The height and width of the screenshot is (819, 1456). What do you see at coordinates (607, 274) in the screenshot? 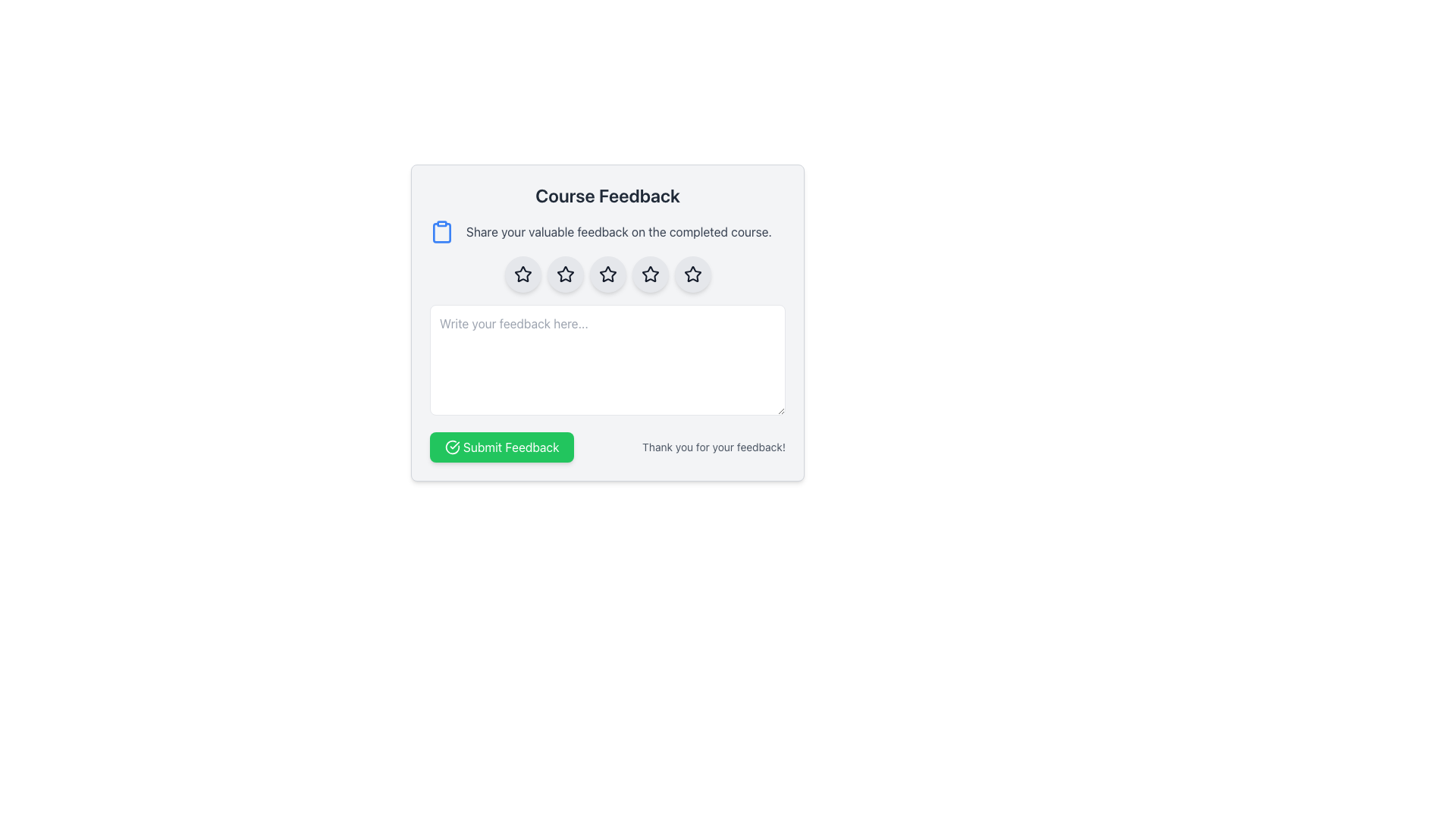
I see `the third star icon in the SVG-based rating group` at bounding box center [607, 274].